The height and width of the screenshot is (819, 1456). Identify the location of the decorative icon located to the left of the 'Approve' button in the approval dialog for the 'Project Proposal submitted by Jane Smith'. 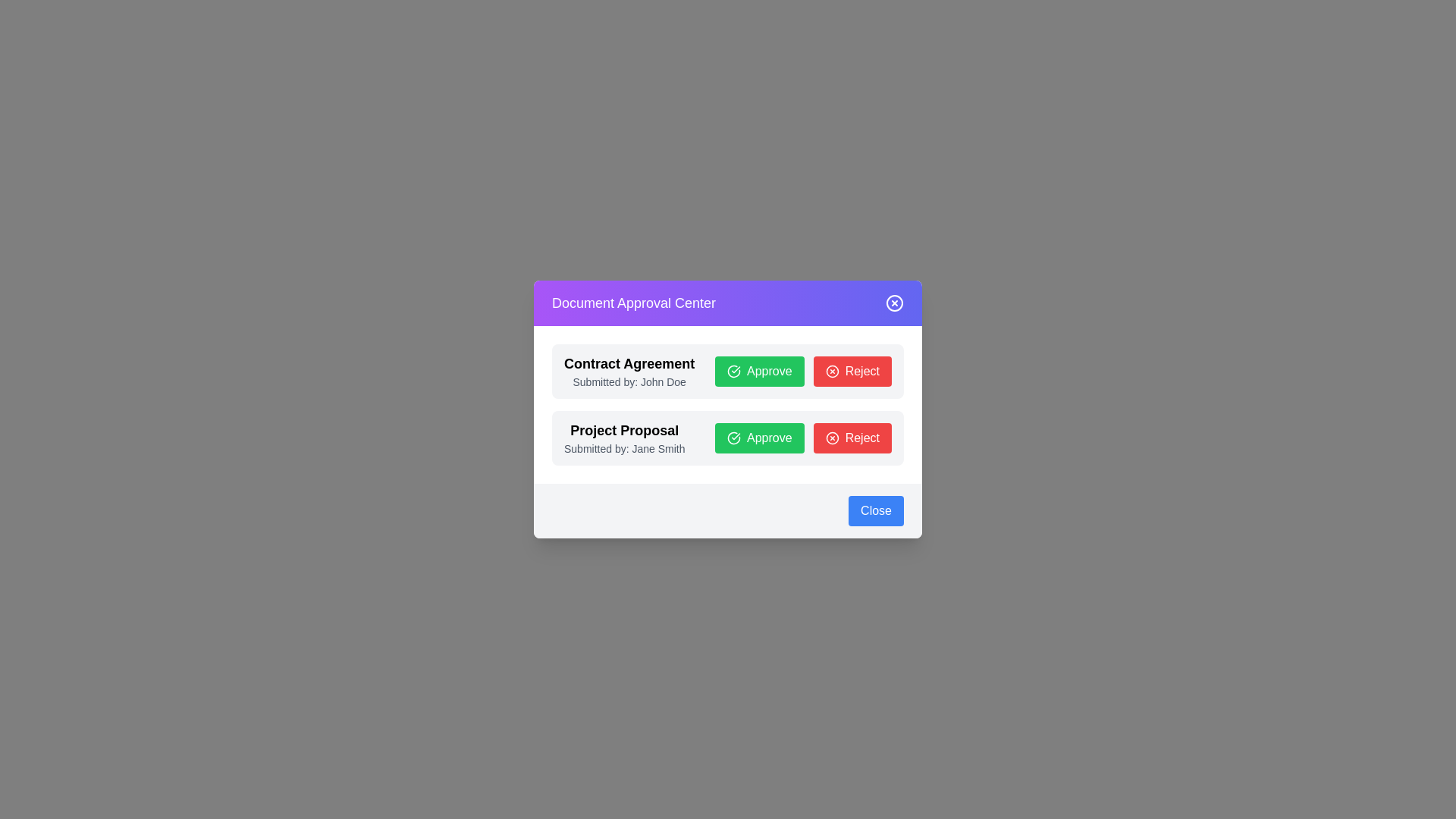
(734, 438).